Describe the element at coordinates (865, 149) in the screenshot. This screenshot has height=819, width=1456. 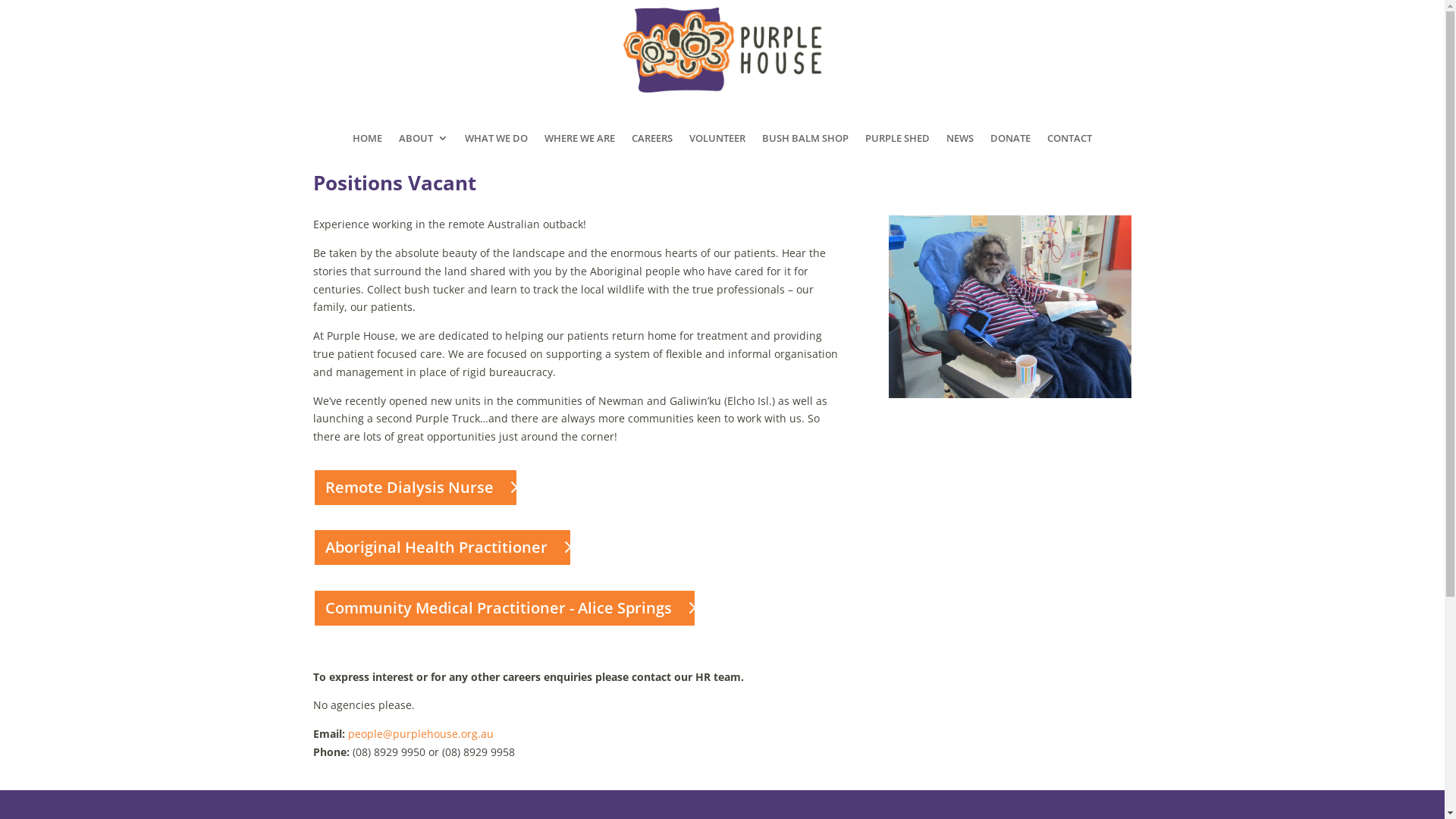
I see `'PURPLE SHED'` at that location.